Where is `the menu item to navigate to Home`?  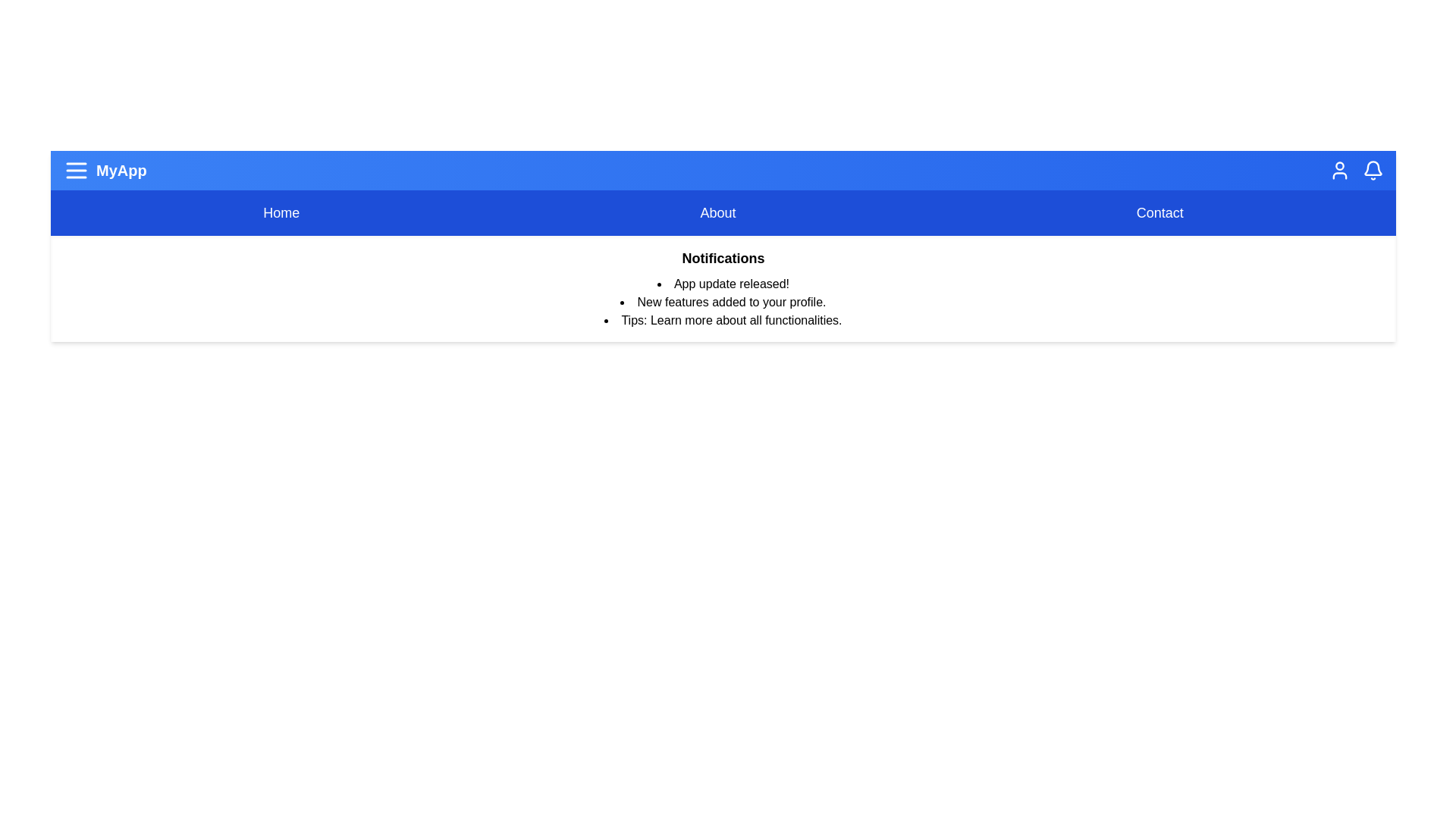
the menu item to navigate to Home is located at coordinates (281, 213).